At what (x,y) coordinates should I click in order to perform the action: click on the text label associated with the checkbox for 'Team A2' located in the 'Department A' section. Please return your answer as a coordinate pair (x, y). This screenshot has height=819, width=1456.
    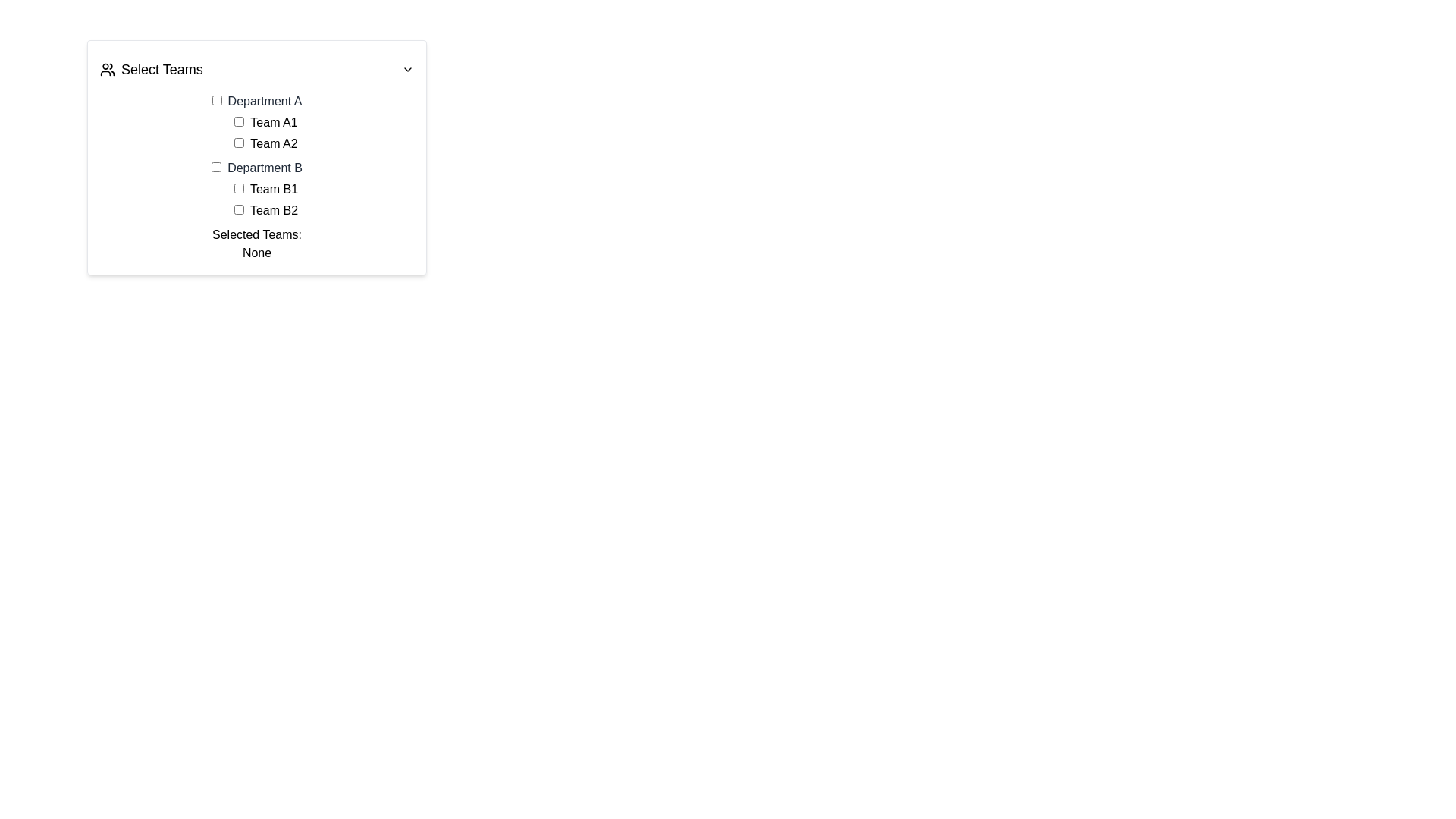
    Looking at the image, I should click on (274, 143).